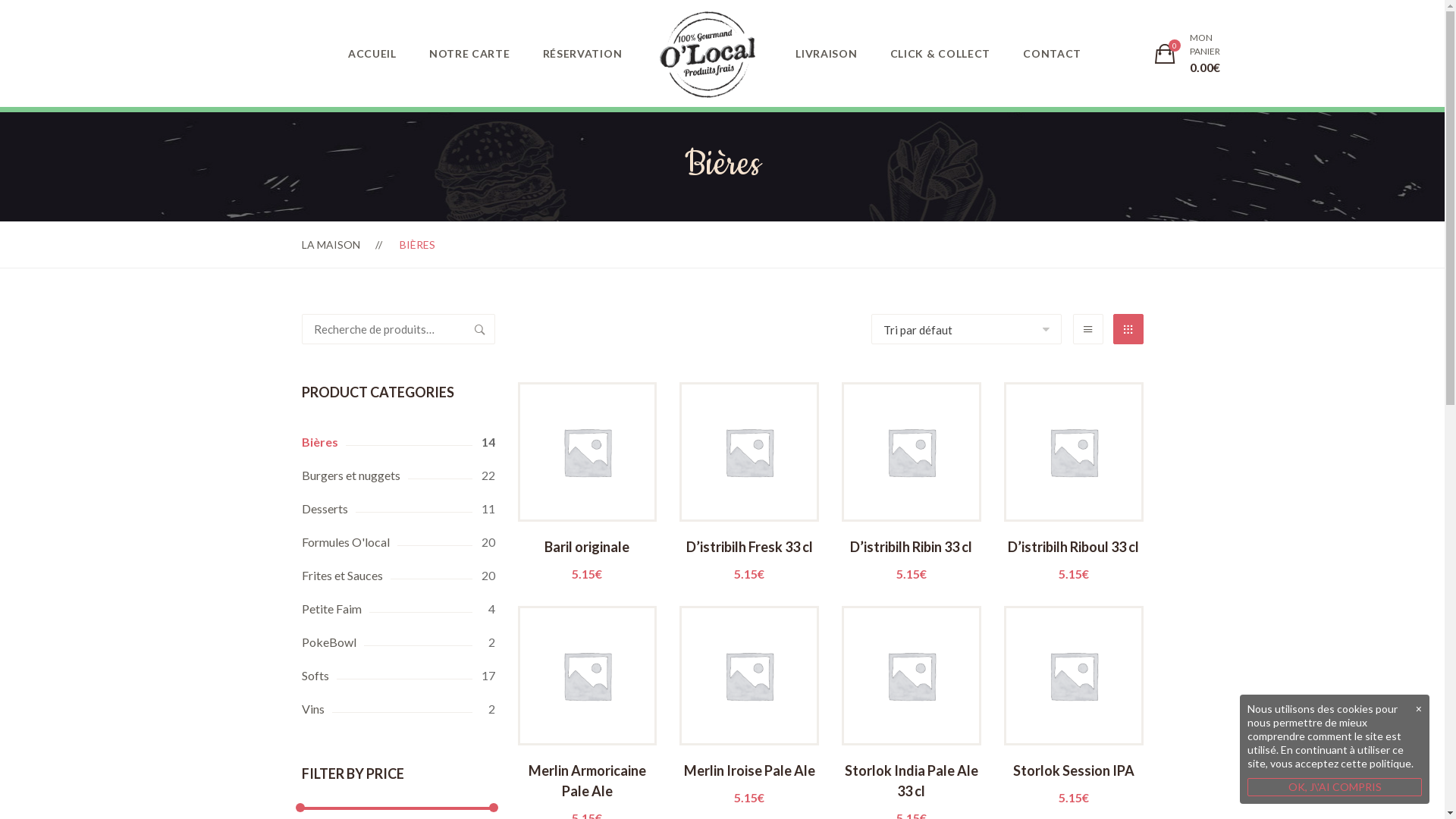  What do you see at coordinates (1073, 781) in the screenshot?
I see `'Storlok Session IPA'` at bounding box center [1073, 781].